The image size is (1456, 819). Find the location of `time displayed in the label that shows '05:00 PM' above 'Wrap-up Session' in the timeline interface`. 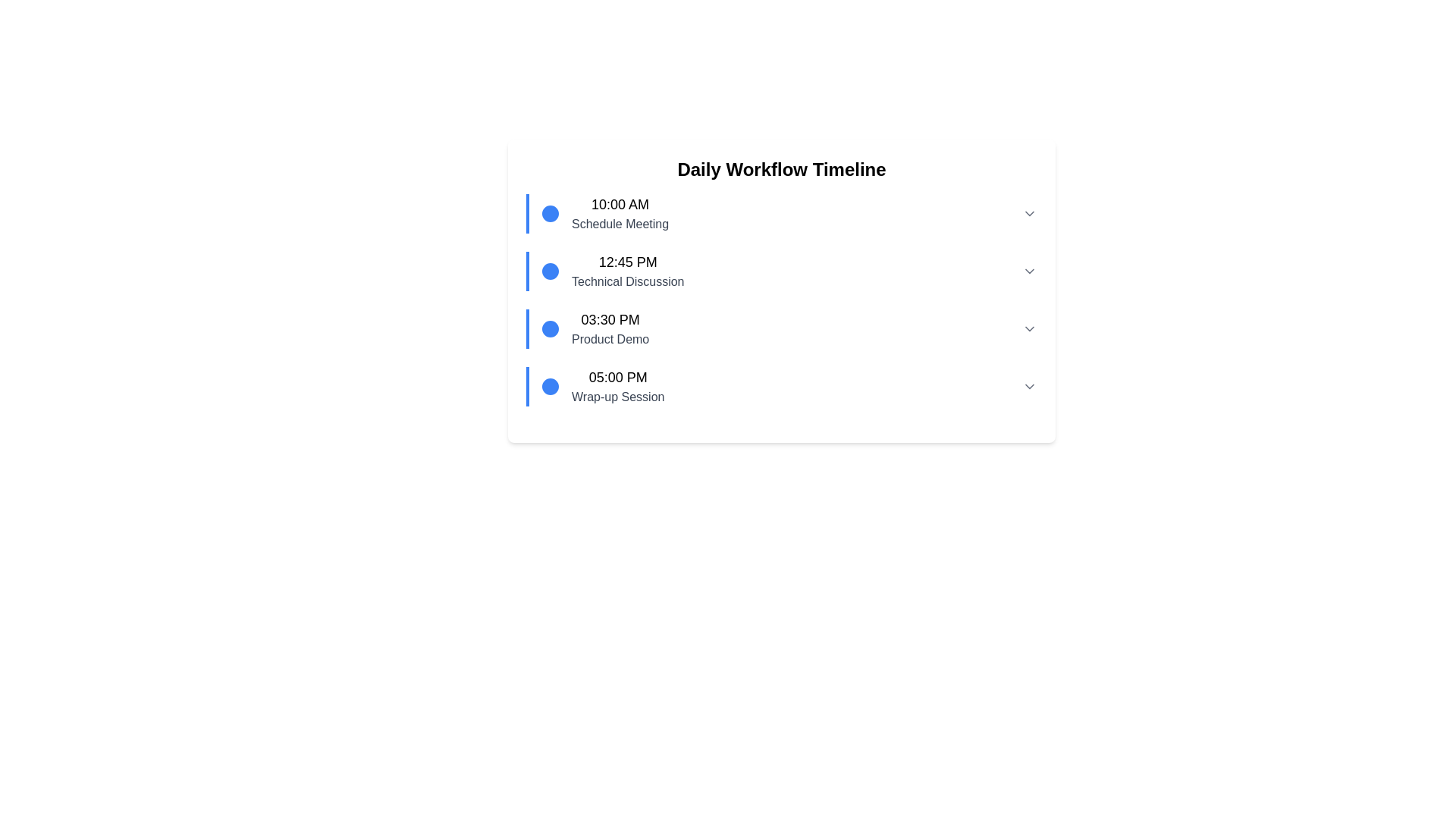

time displayed in the label that shows '05:00 PM' above 'Wrap-up Session' in the timeline interface is located at coordinates (618, 376).